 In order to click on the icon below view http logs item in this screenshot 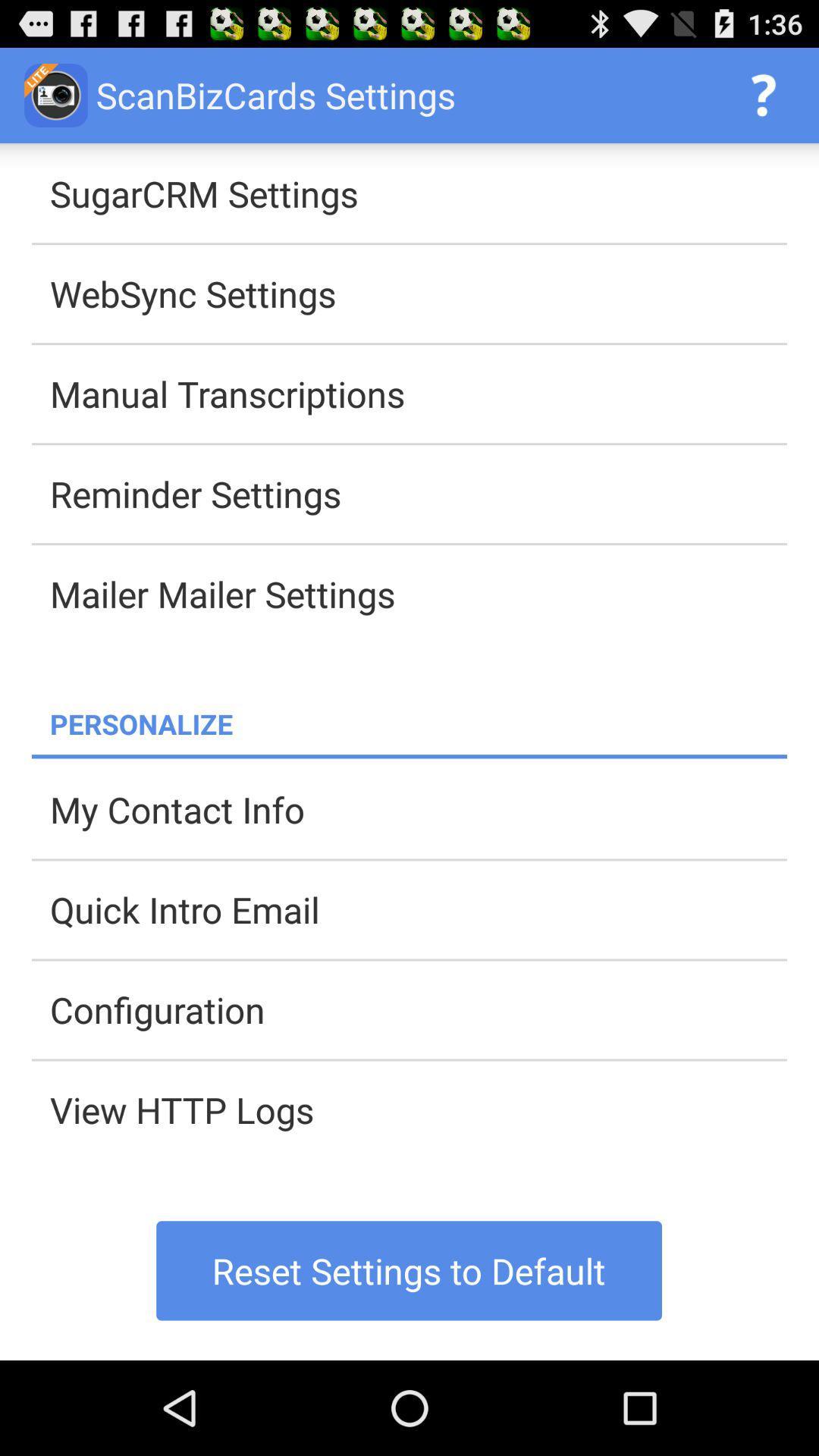, I will do `click(408, 1270)`.